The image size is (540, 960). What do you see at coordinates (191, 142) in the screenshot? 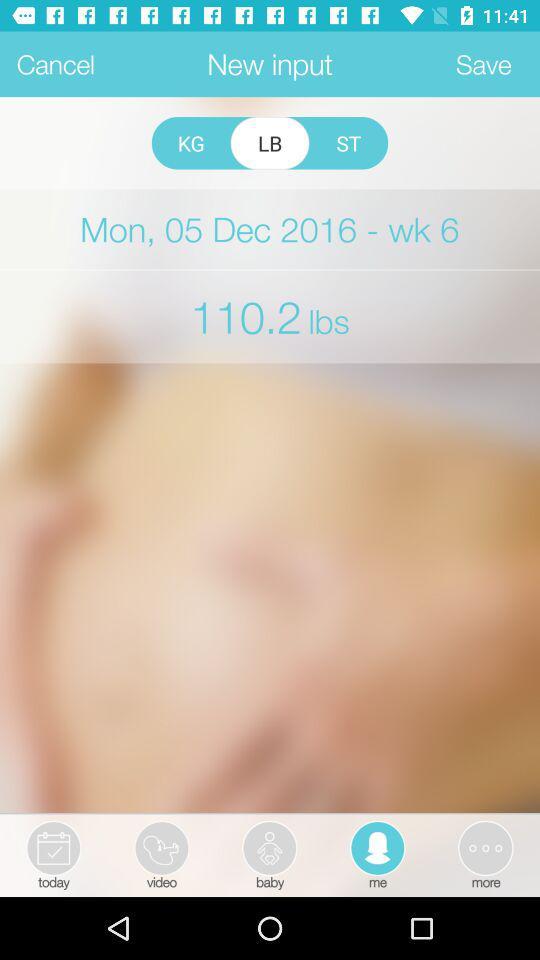
I see `icon below new input icon` at bounding box center [191, 142].